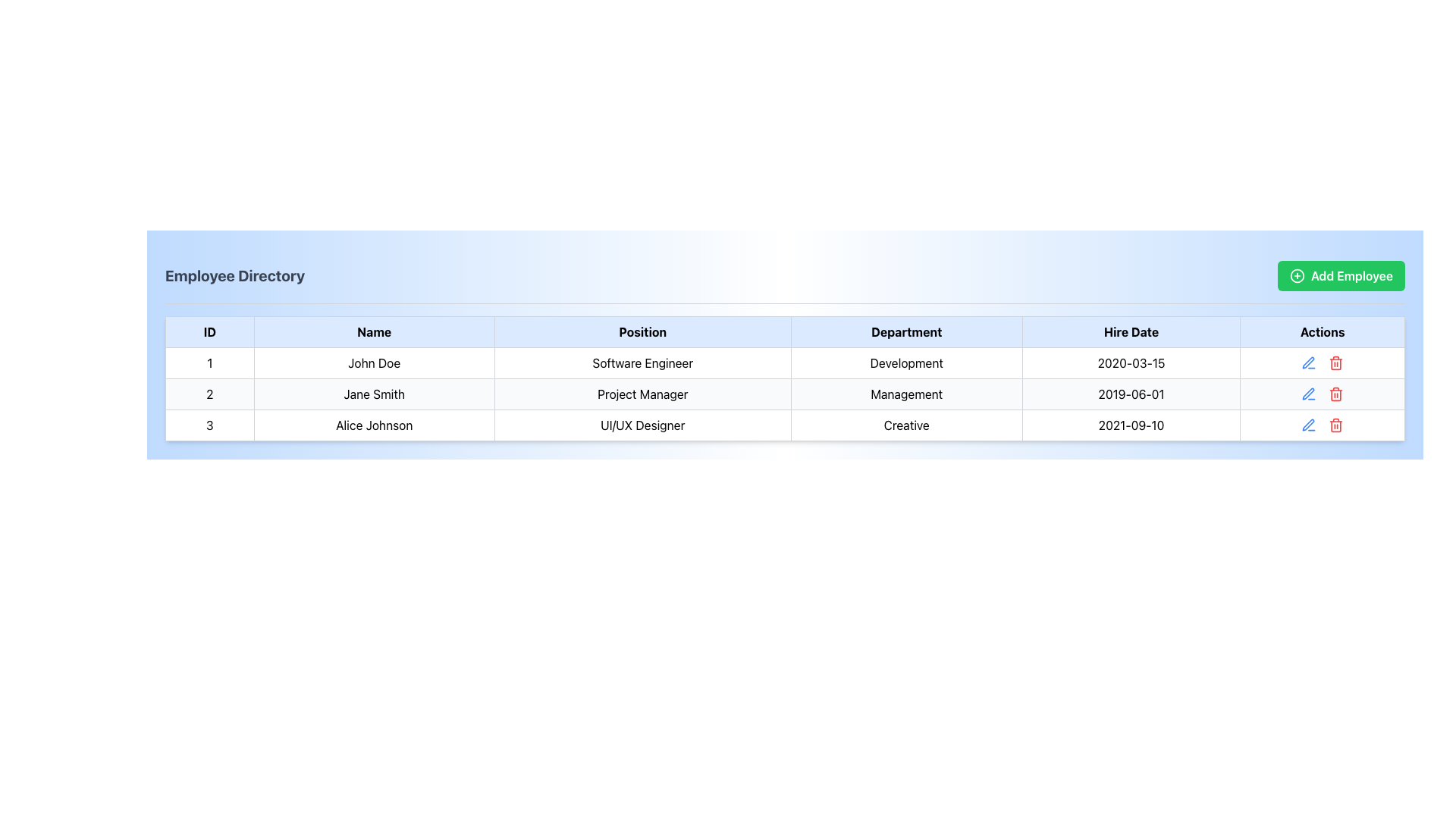  What do you see at coordinates (1322, 362) in the screenshot?
I see `the red delete icon in the 'Actions' column of the first row for employee 'John Doe'` at bounding box center [1322, 362].